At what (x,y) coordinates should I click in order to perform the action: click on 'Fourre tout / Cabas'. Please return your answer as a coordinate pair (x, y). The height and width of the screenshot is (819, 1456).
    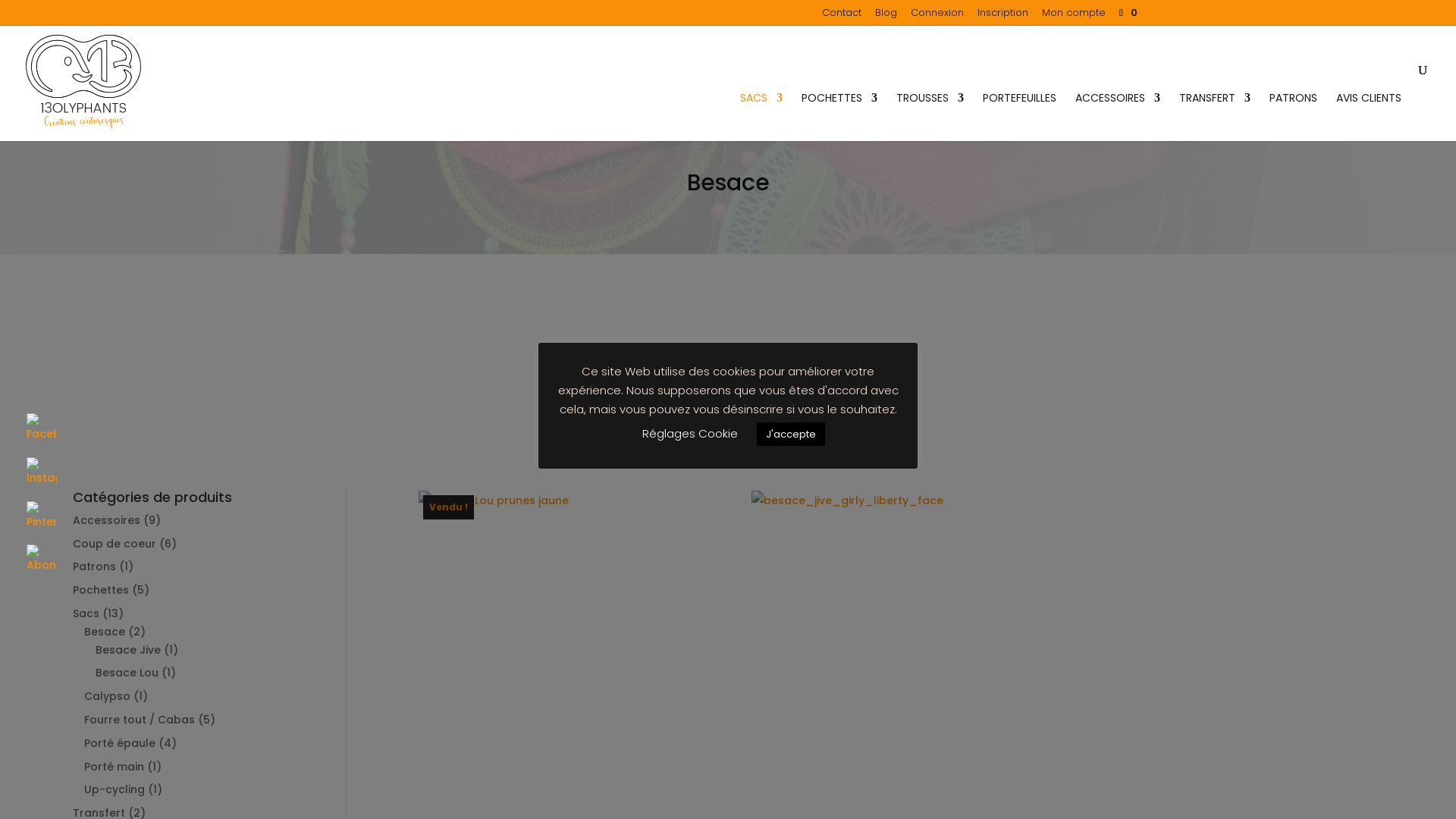
    Looking at the image, I should click on (139, 718).